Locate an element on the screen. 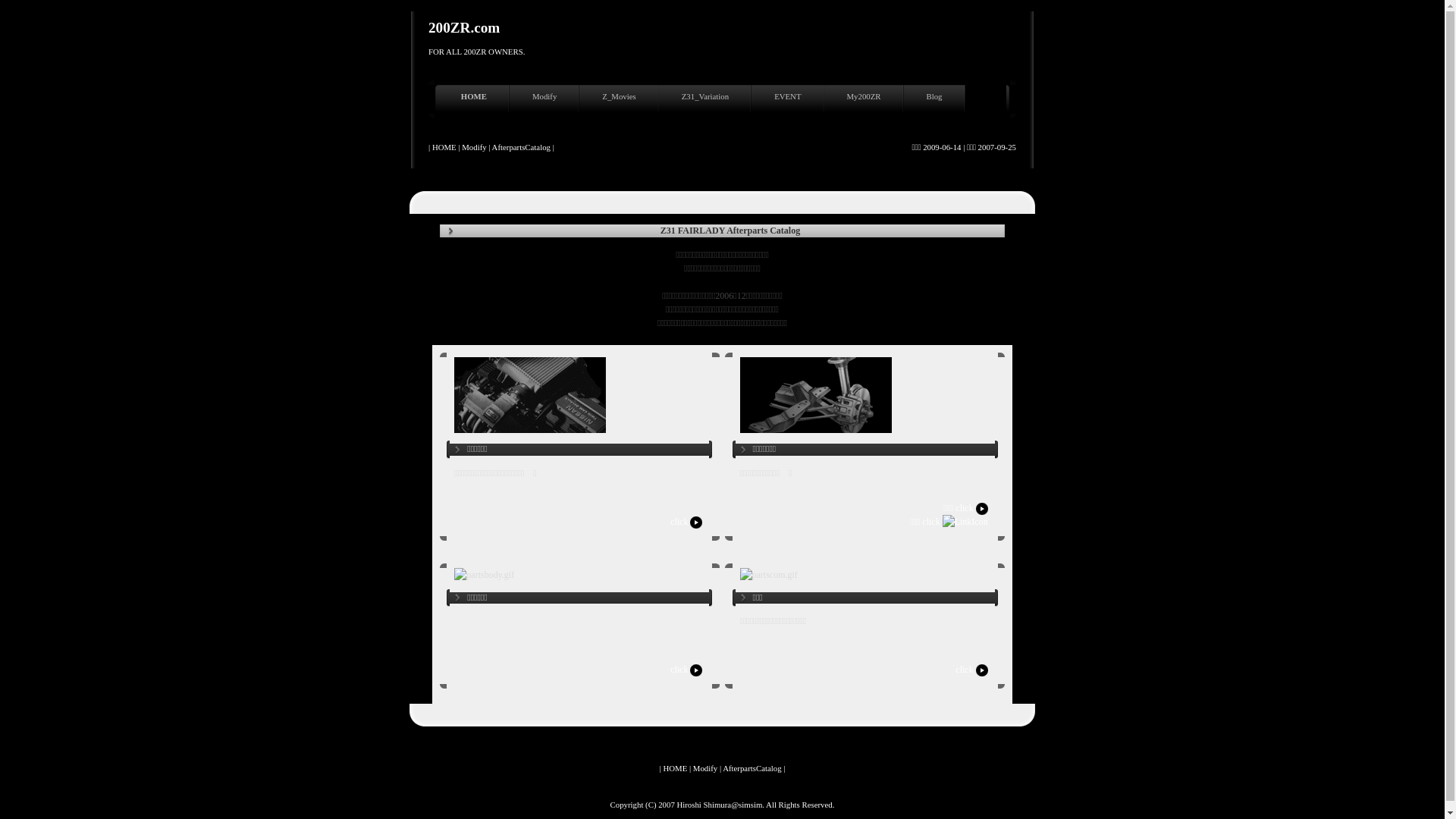 This screenshot has height=819, width=1456. 'click' is located at coordinates (669, 520).